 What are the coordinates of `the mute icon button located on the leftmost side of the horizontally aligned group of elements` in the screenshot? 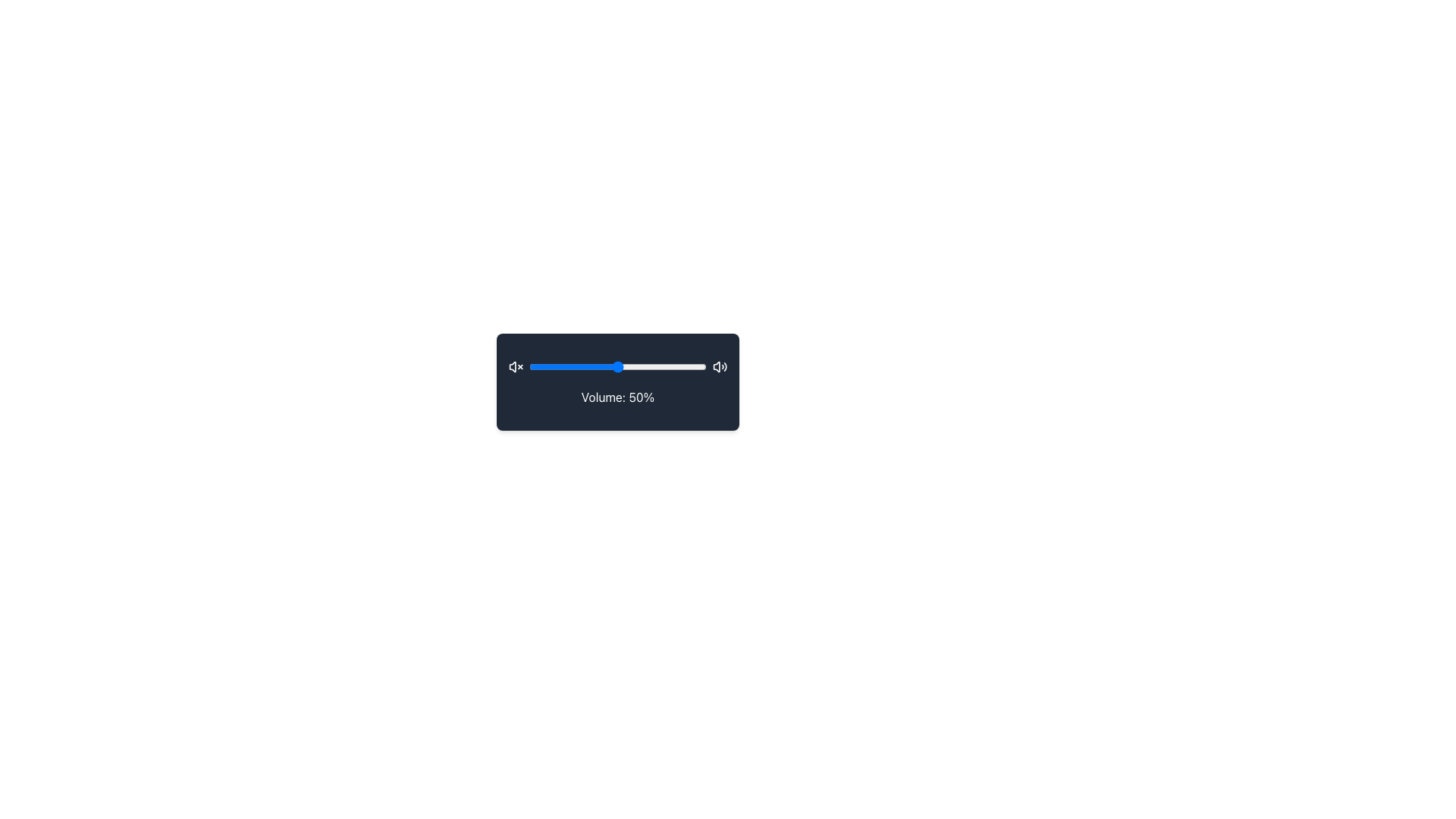 It's located at (516, 366).